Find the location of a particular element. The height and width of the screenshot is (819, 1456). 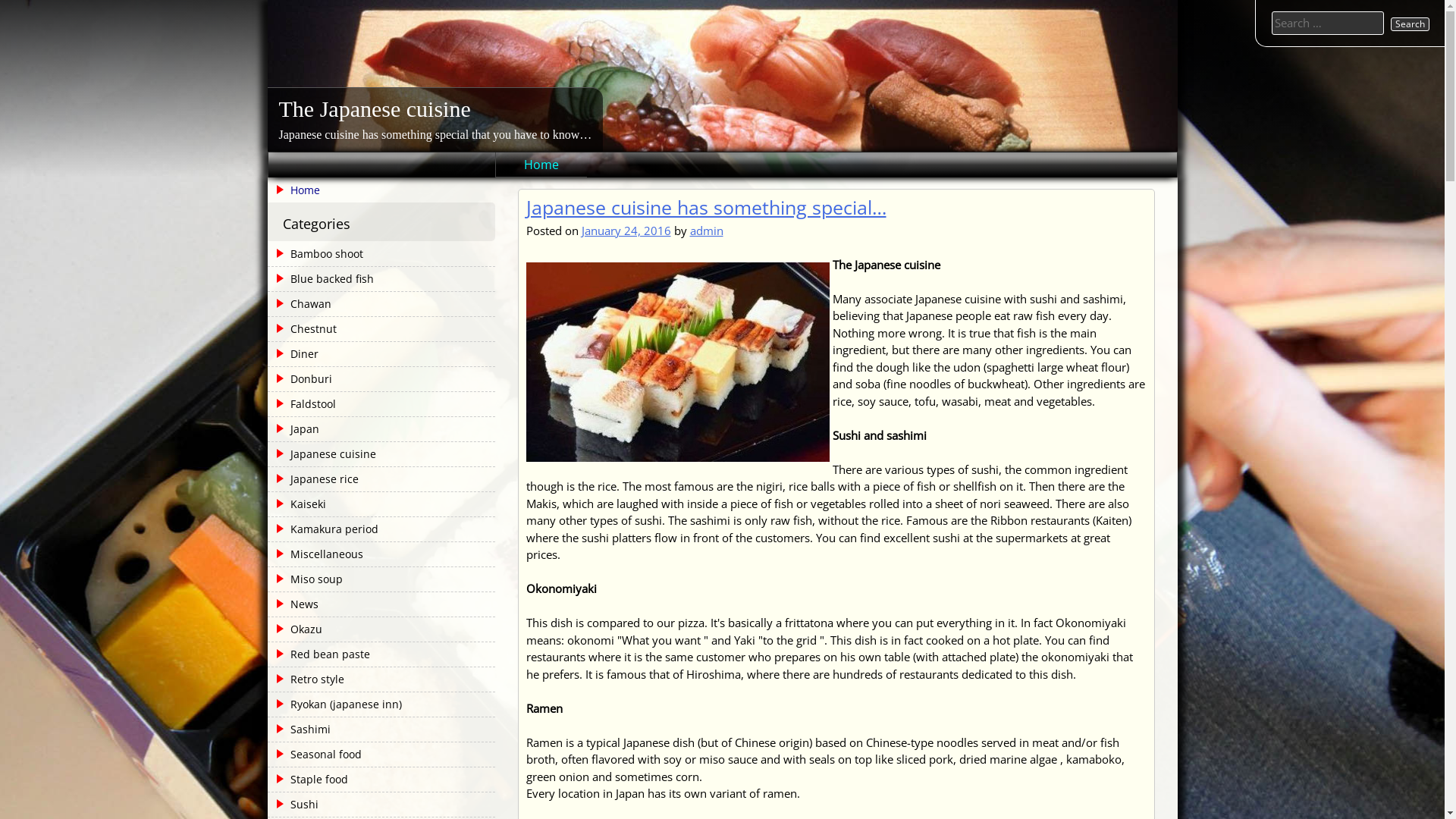

'Japanese rice' is located at coordinates (313, 479).